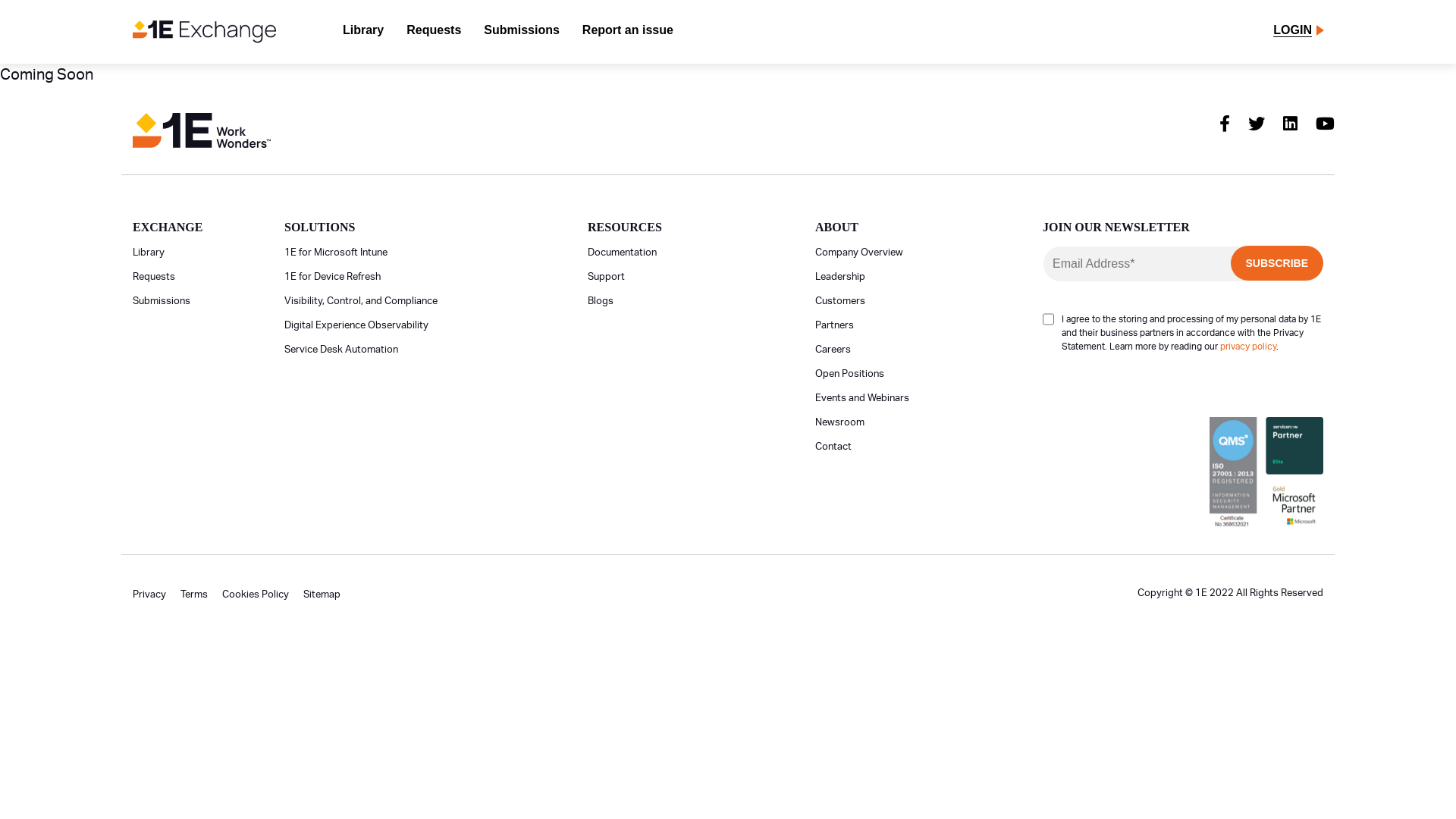 This screenshot has width=1456, height=819. I want to click on 'Cookies Policy', so click(255, 594).